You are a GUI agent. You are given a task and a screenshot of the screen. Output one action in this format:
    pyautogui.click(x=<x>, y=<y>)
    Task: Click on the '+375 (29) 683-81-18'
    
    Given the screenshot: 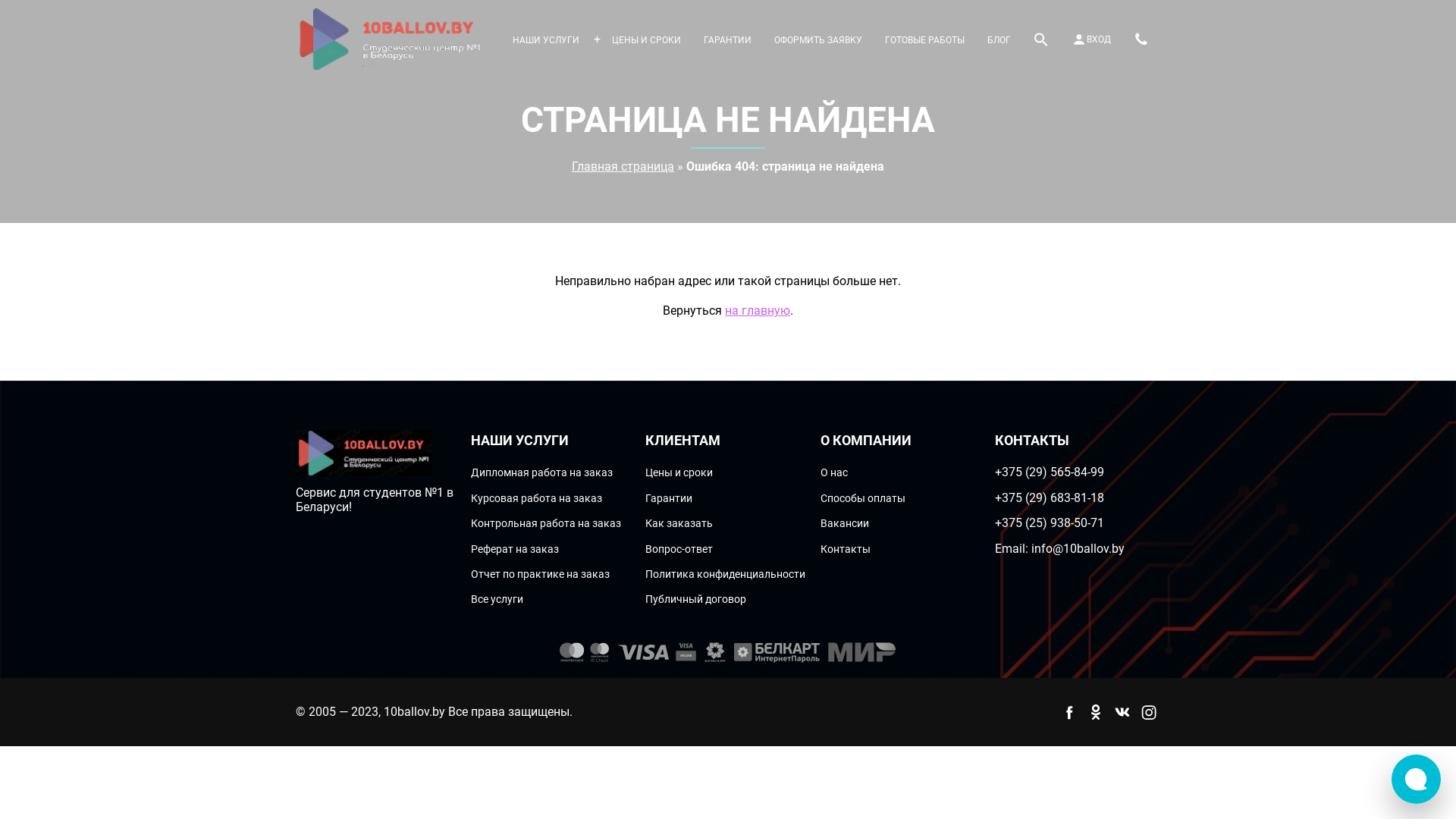 What is the action you would take?
    pyautogui.click(x=1048, y=497)
    